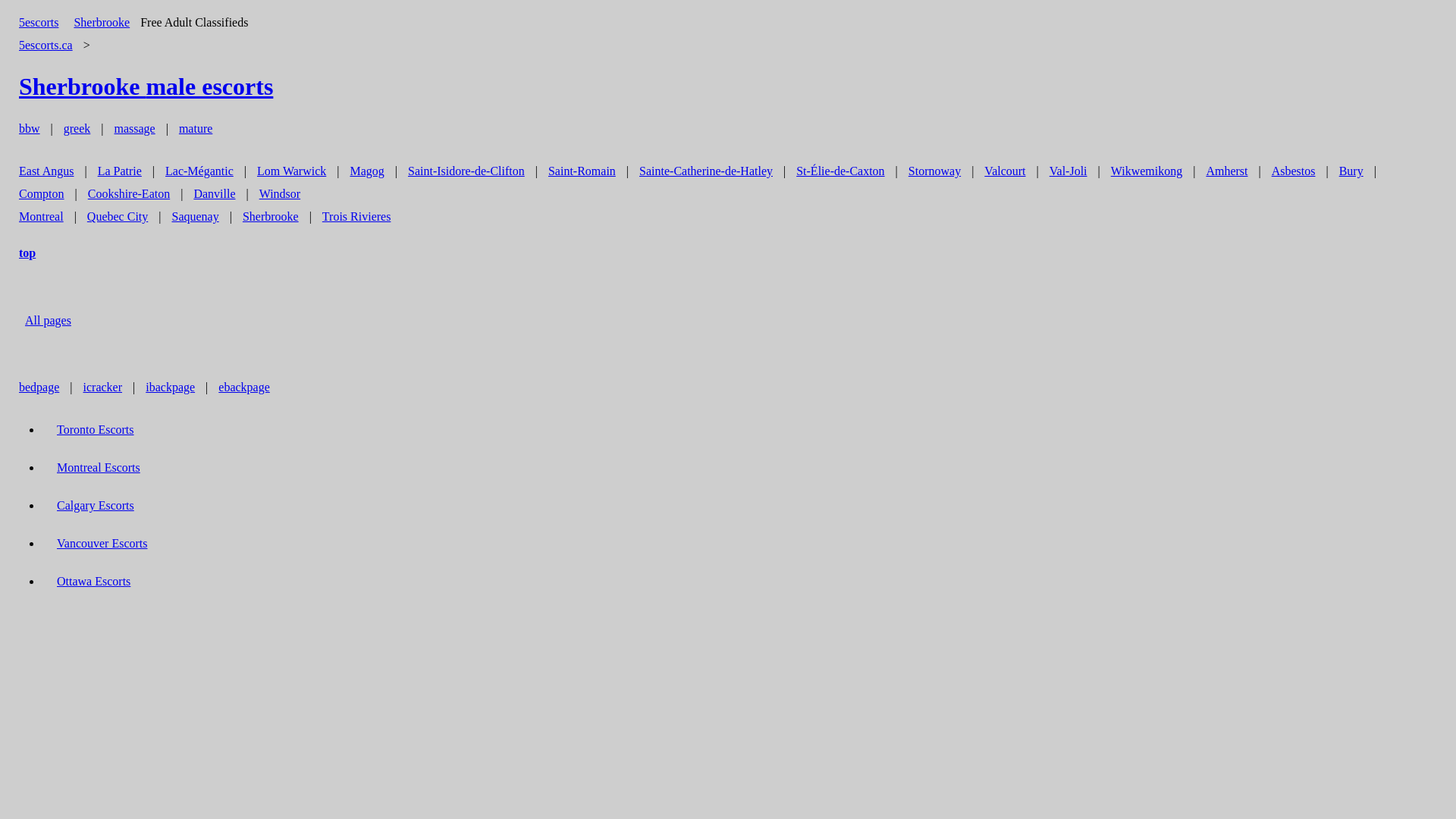  I want to click on 'icracker', so click(102, 386).